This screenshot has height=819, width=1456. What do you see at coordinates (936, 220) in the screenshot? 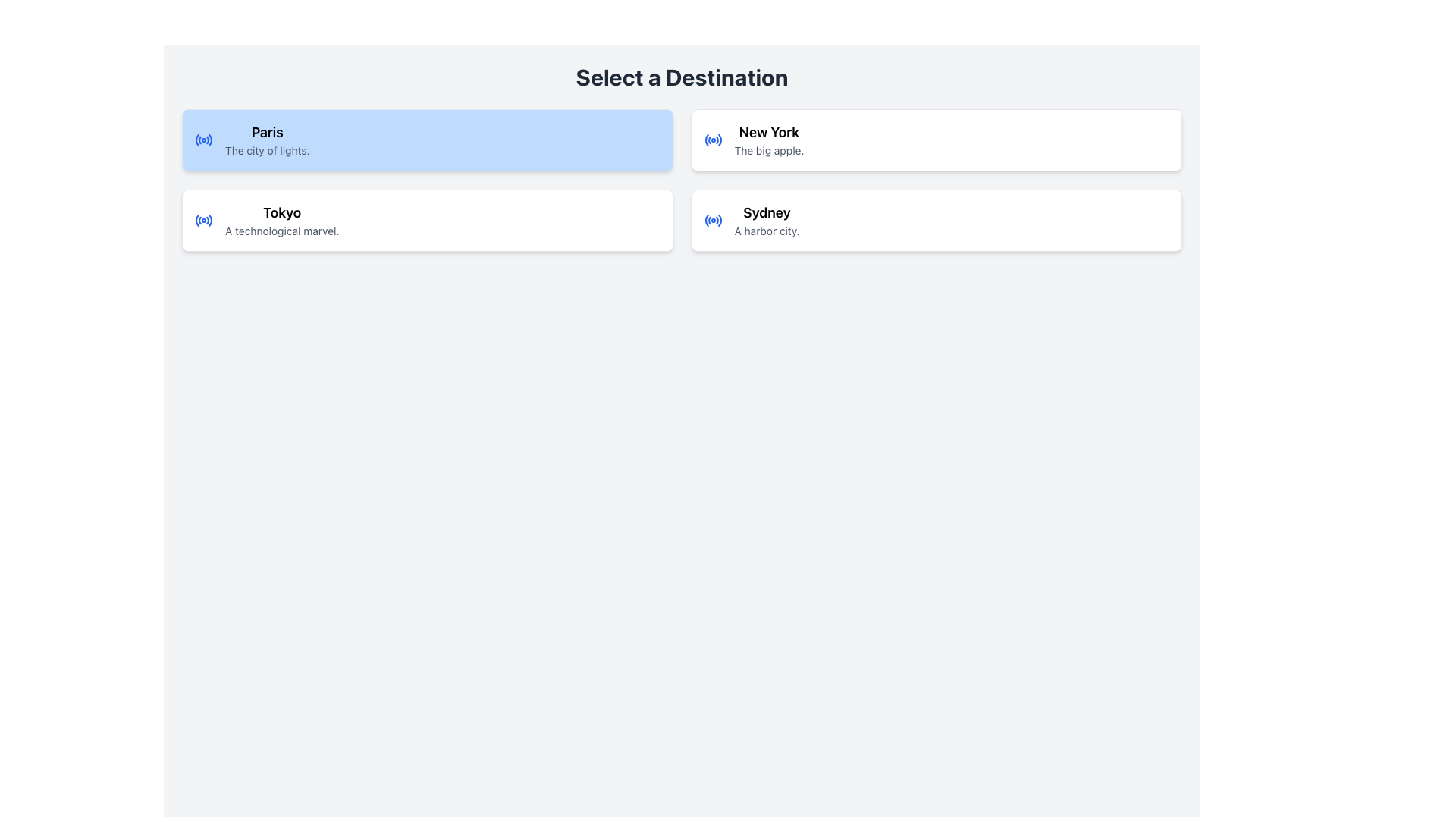
I see `the 'Sydney' destination selection card located in the bottom-right corner of the 2x2 grid layout` at bounding box center [936, 220].